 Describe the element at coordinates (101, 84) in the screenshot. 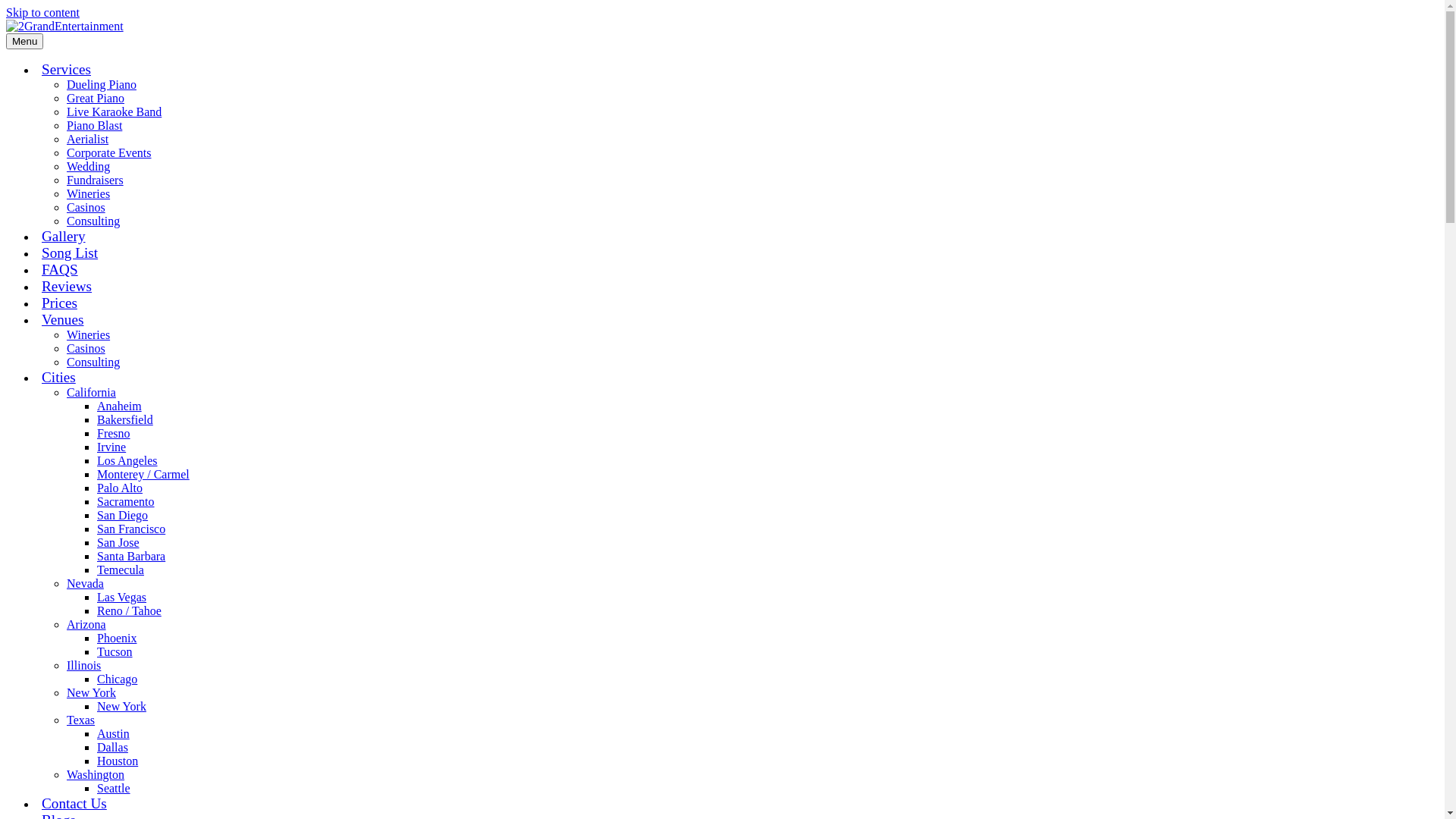

I see `'Dueling Piano'` at that location.